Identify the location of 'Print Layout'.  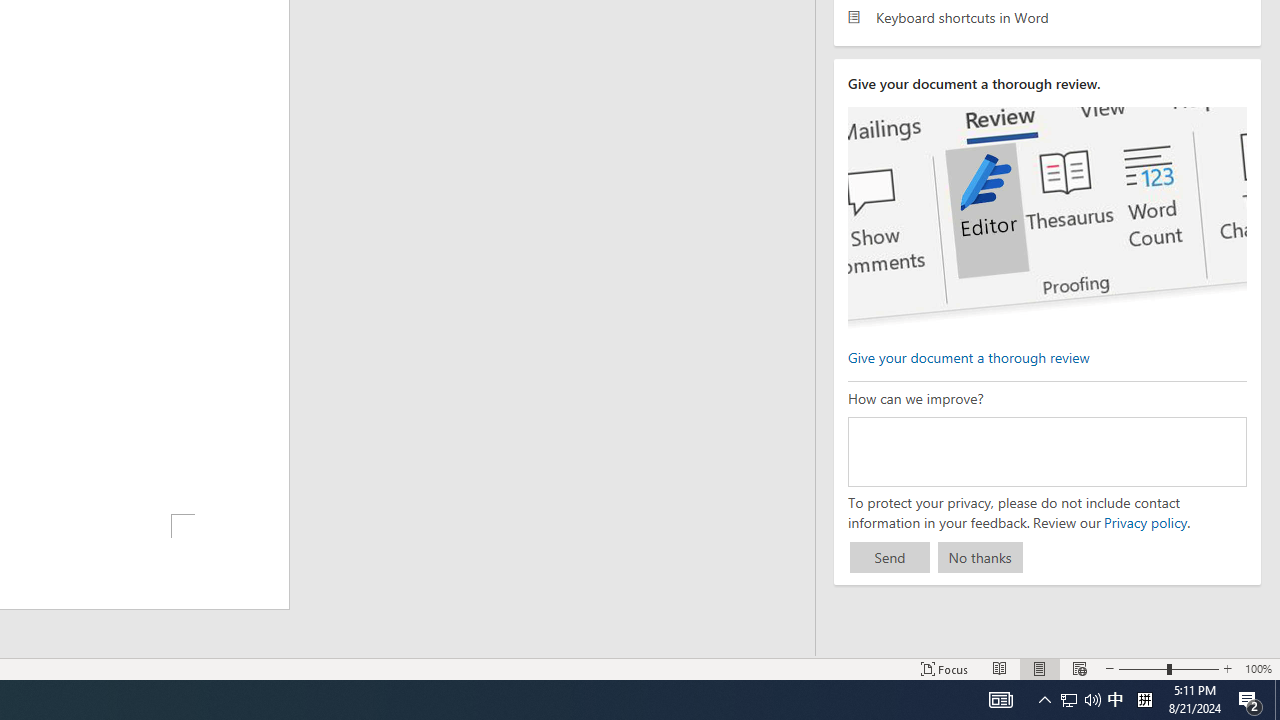
(1040, 669).